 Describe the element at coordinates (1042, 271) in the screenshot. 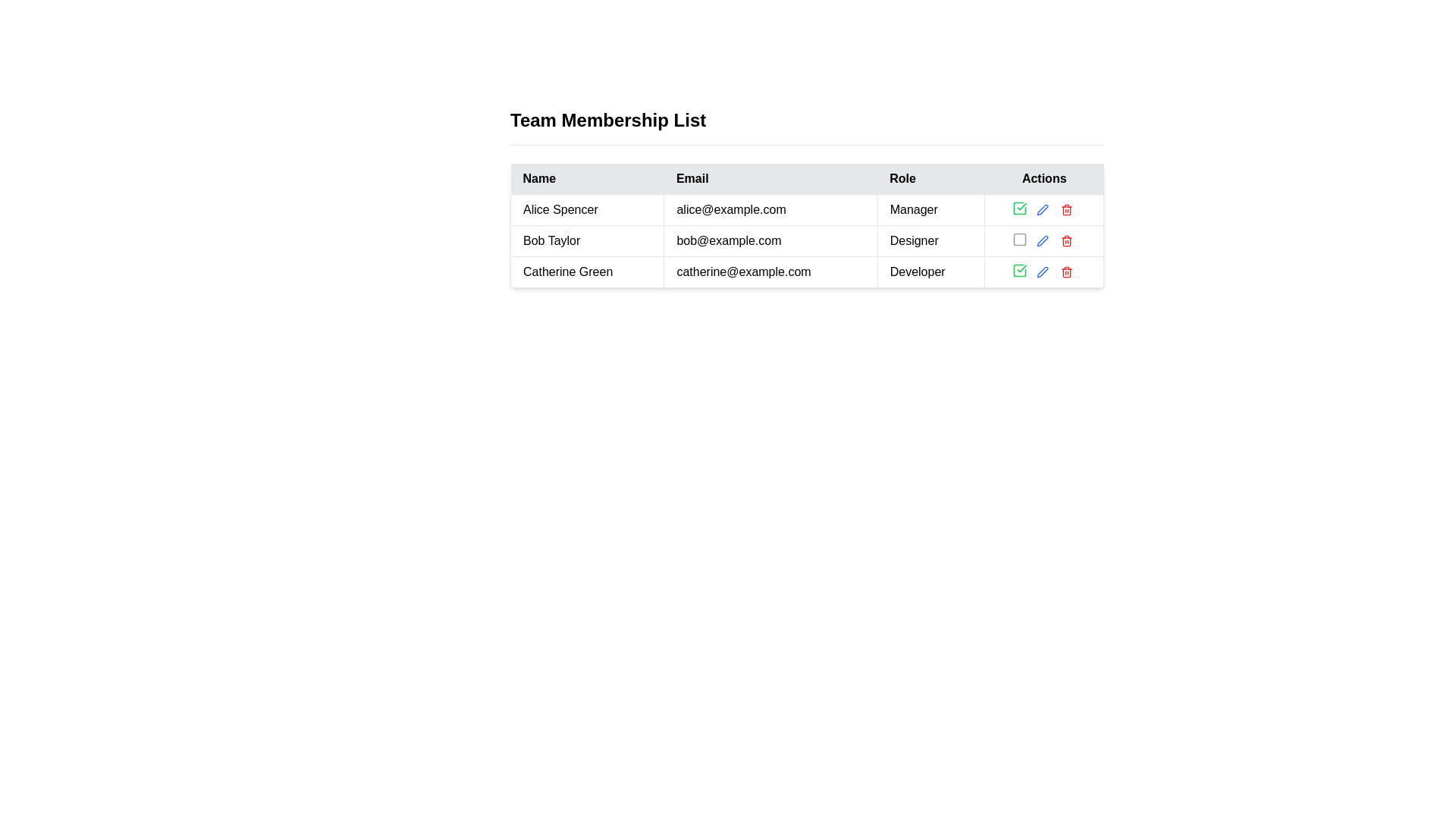

I see `the button in the 'Actions' column of the last row in the table, which is the second clickable component after the green checkmark and before the red trash bin icon` at that location.